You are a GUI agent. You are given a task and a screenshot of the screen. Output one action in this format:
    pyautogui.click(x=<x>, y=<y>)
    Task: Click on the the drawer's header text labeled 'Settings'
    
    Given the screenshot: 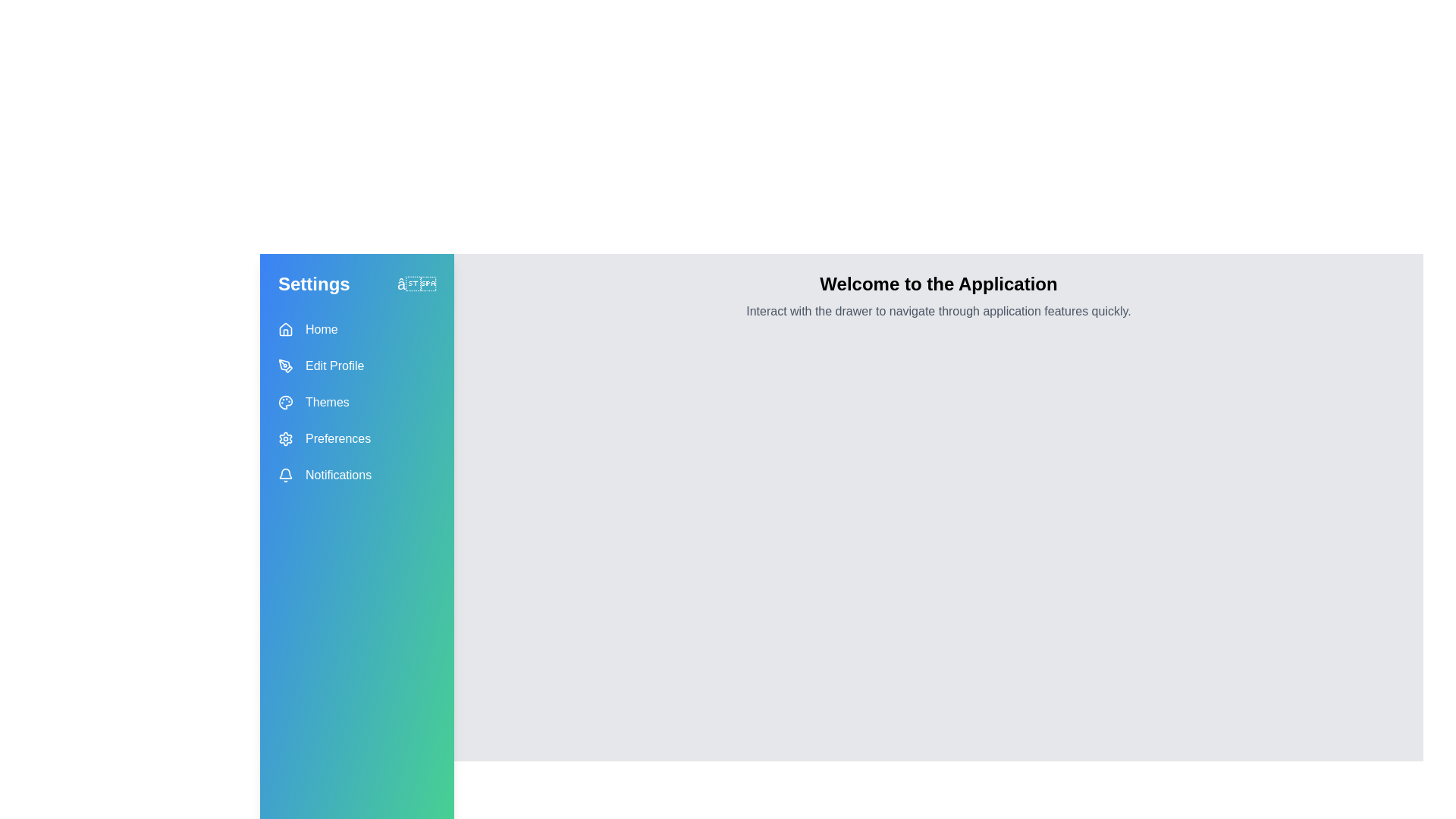 What is the action you would take?
    pyautogui.click(x=312, y=284)
    